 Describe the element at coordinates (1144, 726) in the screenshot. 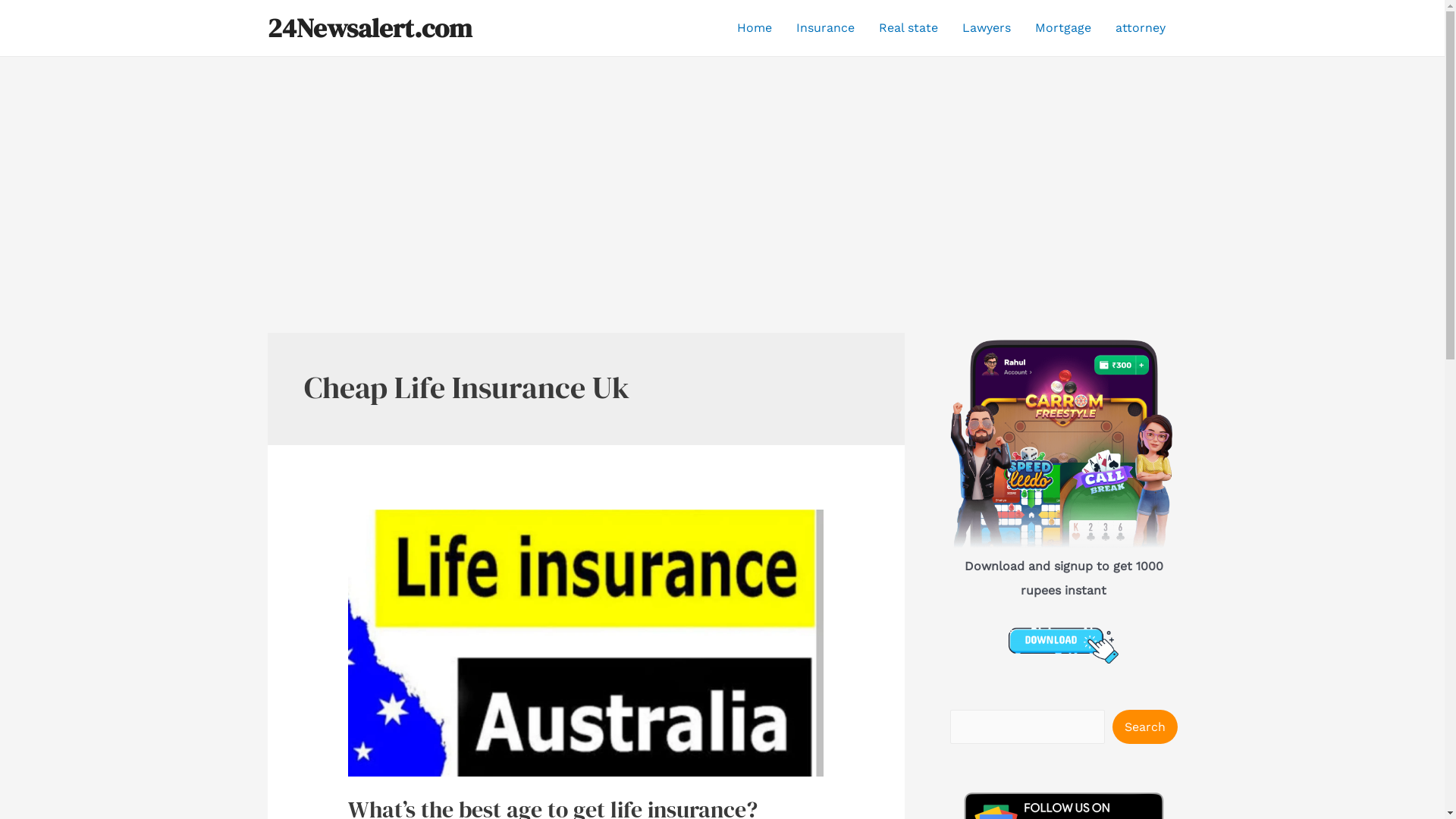

I see `'Search'` at that location.